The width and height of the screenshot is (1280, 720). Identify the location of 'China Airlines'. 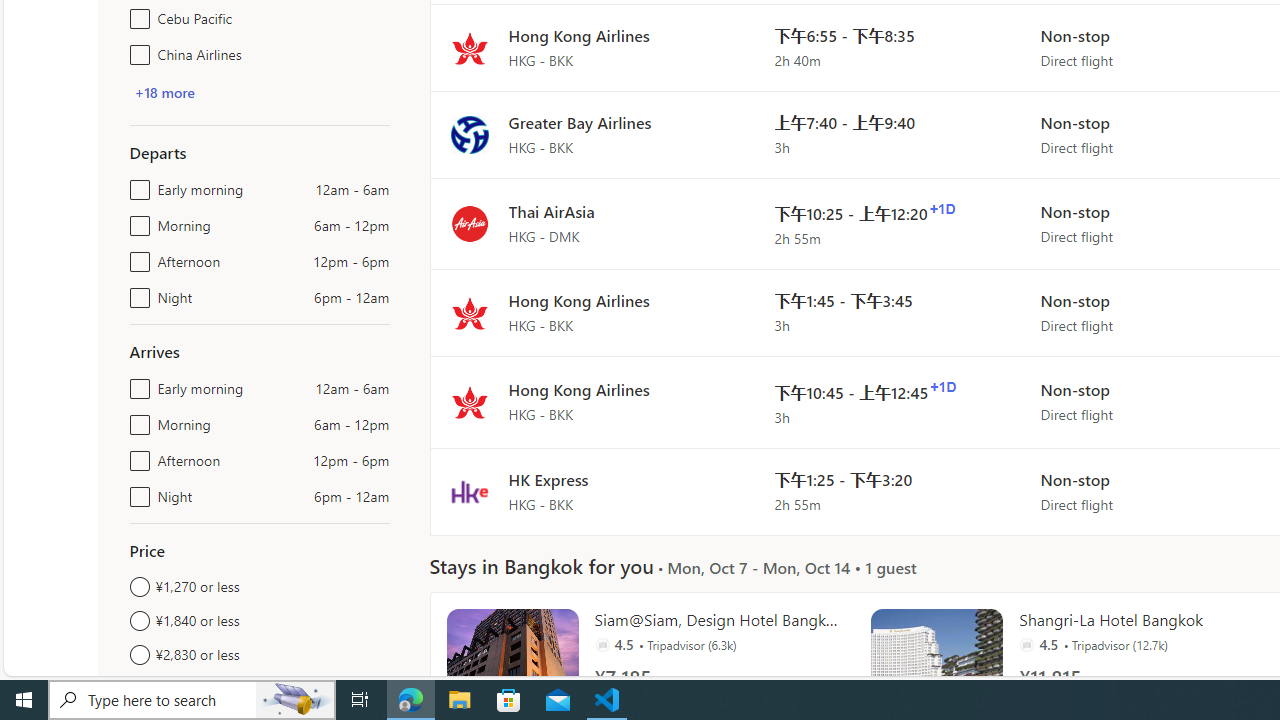
(135, 50).